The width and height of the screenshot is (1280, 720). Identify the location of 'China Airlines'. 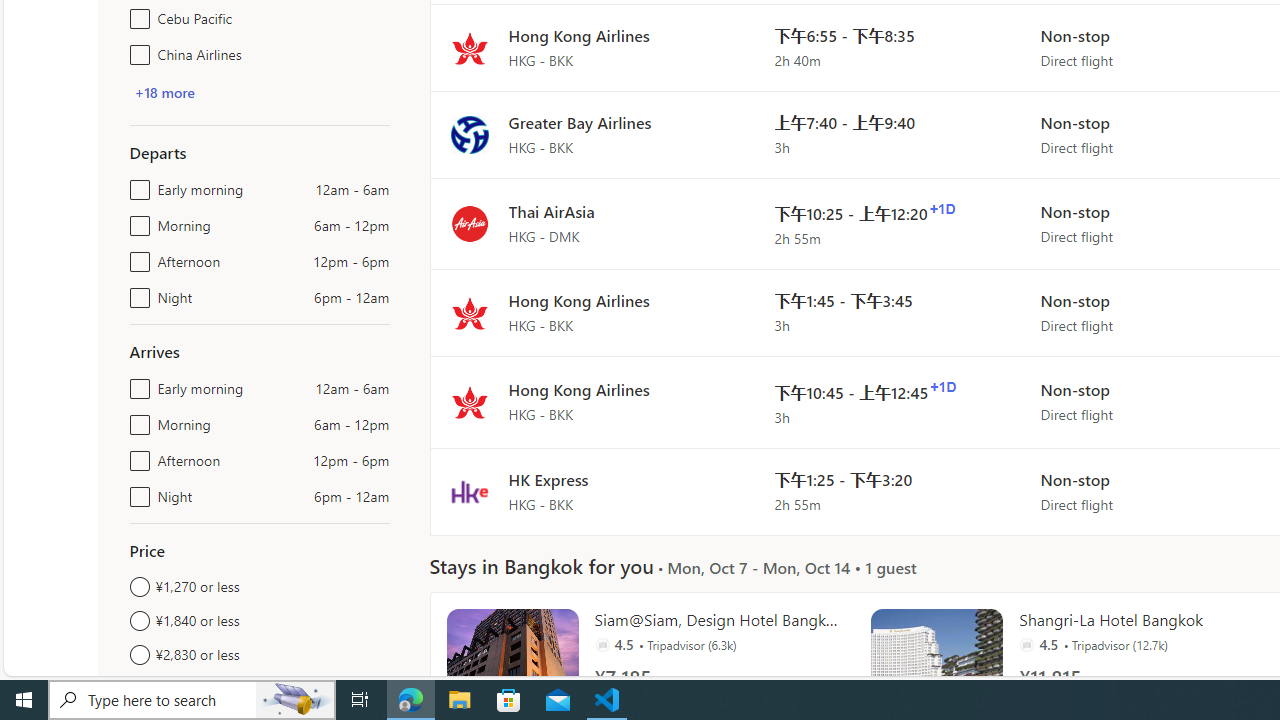
(135, 50).